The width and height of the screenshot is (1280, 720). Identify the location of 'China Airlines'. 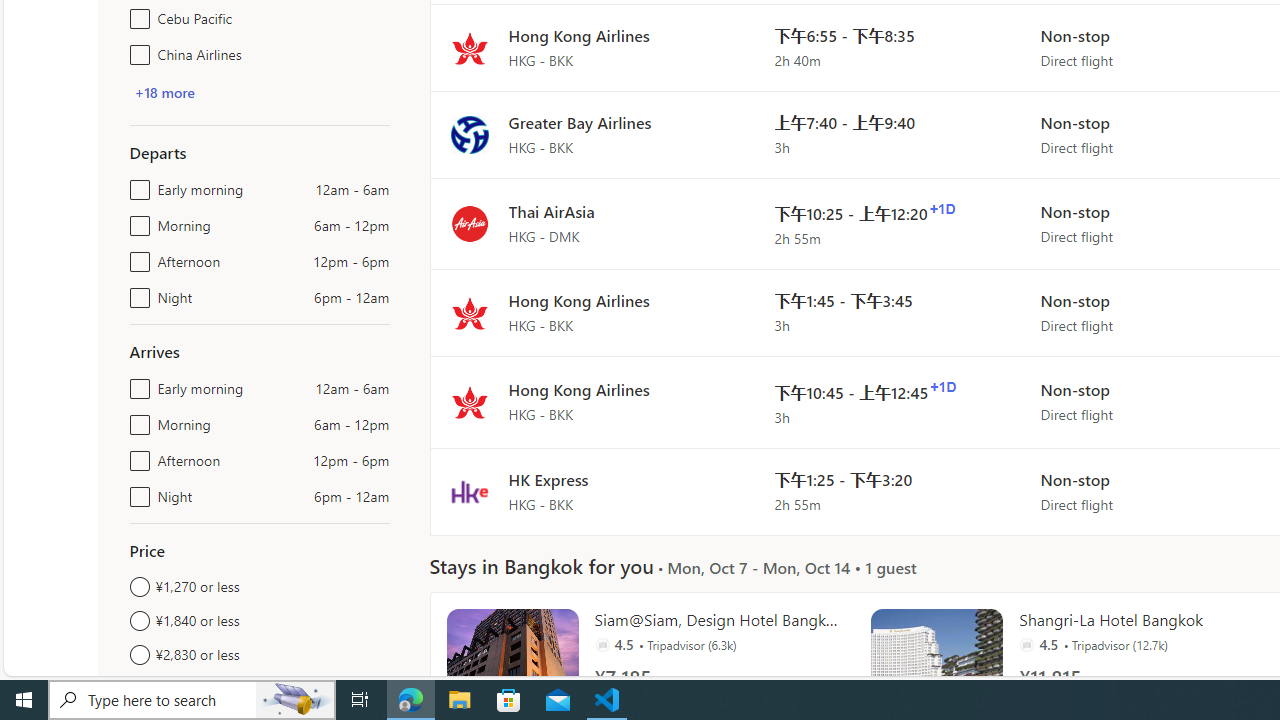
(135, 50).